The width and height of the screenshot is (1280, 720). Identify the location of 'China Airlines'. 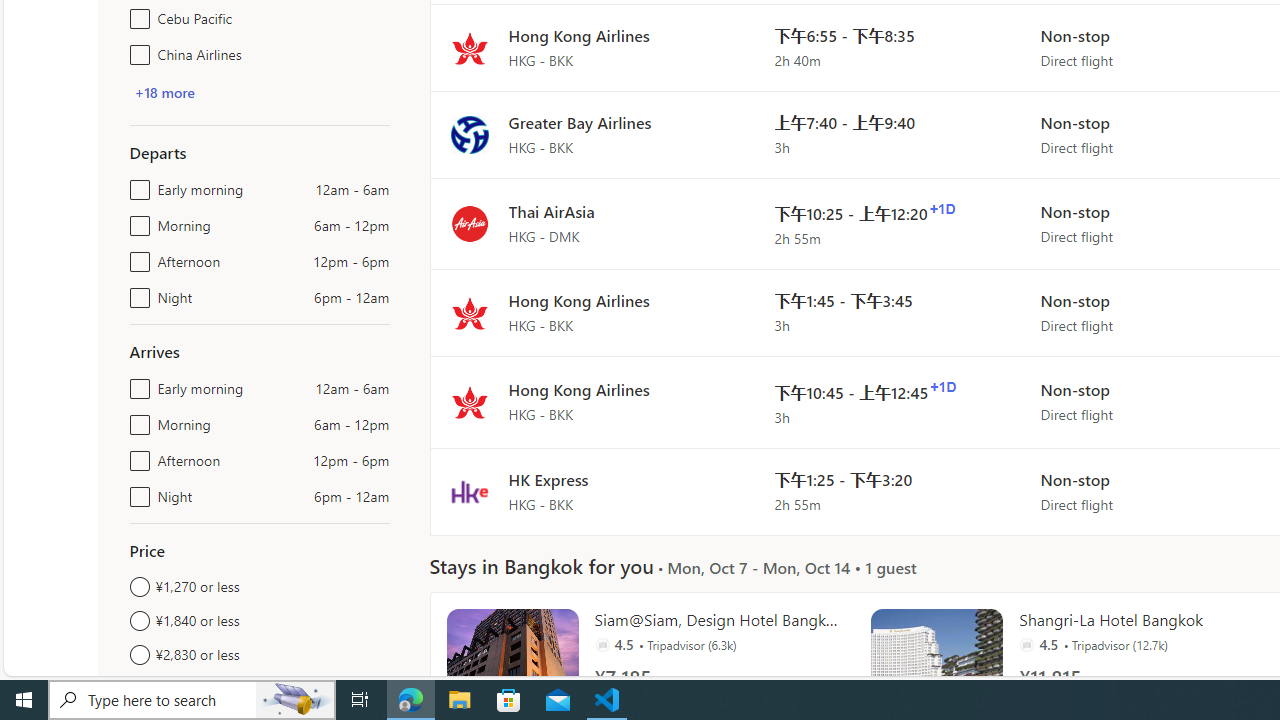
(135, 50).